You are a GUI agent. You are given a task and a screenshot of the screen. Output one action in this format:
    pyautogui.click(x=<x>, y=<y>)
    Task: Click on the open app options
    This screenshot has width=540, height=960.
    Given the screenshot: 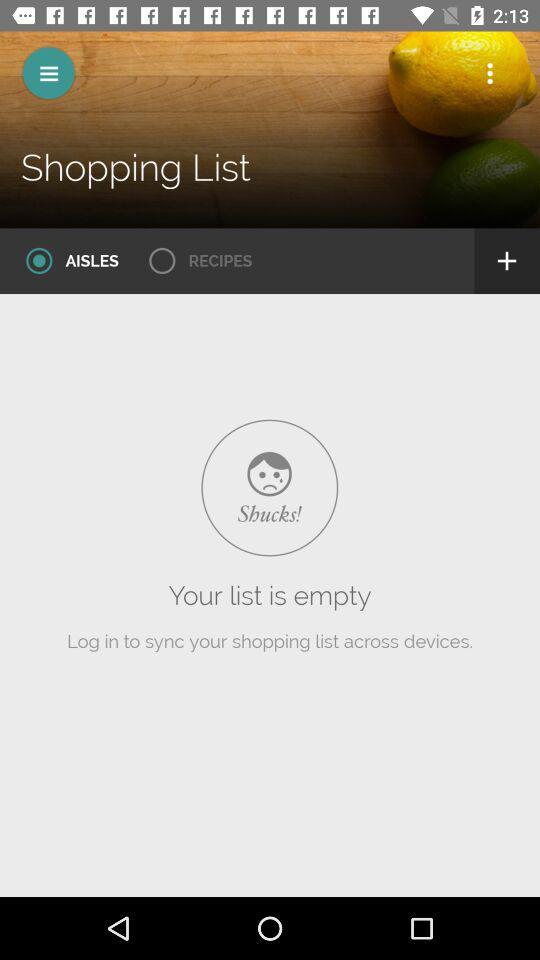 What is the action you would take?
    pyautogui.click(x=489, y=73)
    